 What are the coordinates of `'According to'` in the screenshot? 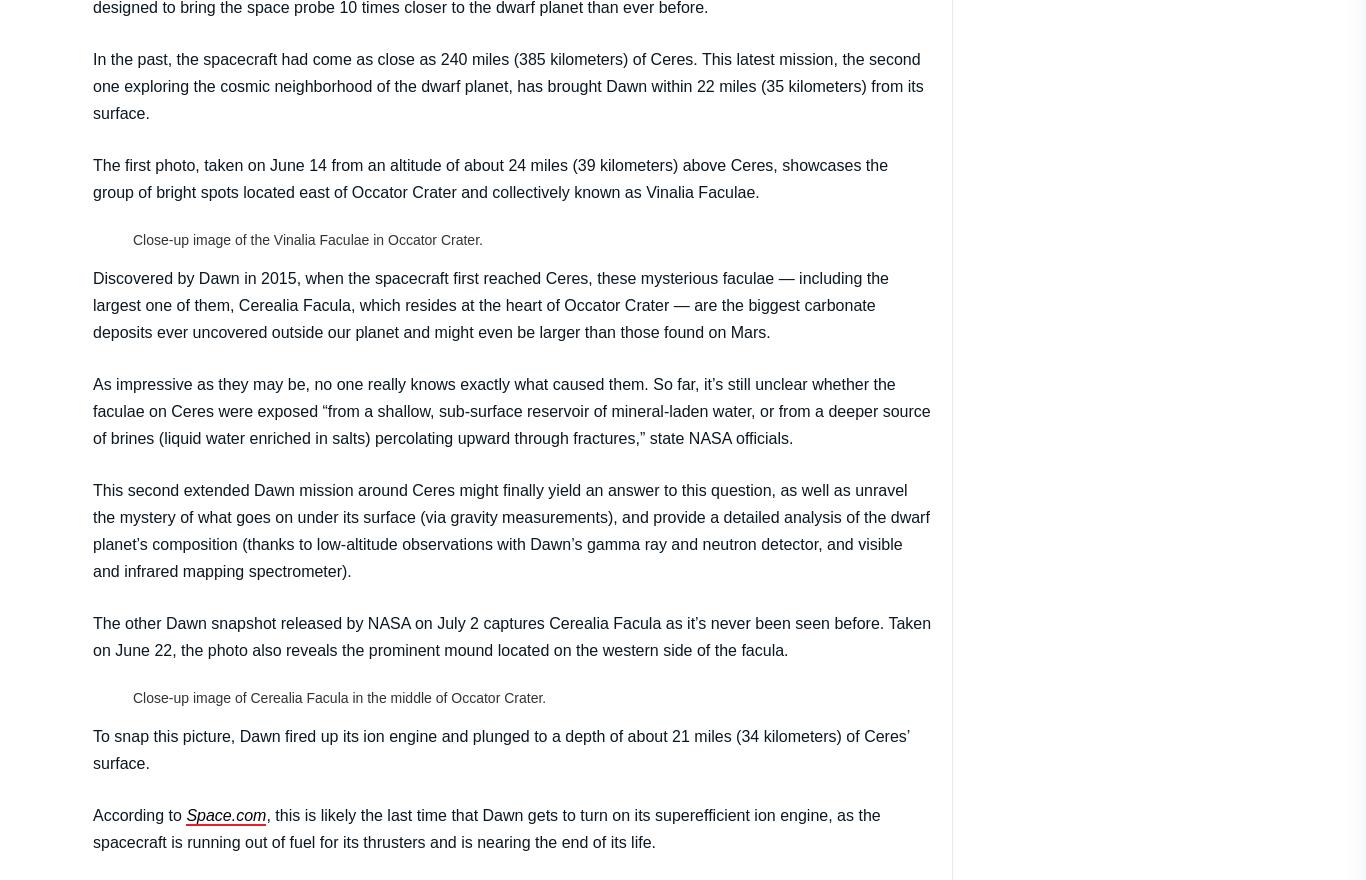 It's located at (138, 813).